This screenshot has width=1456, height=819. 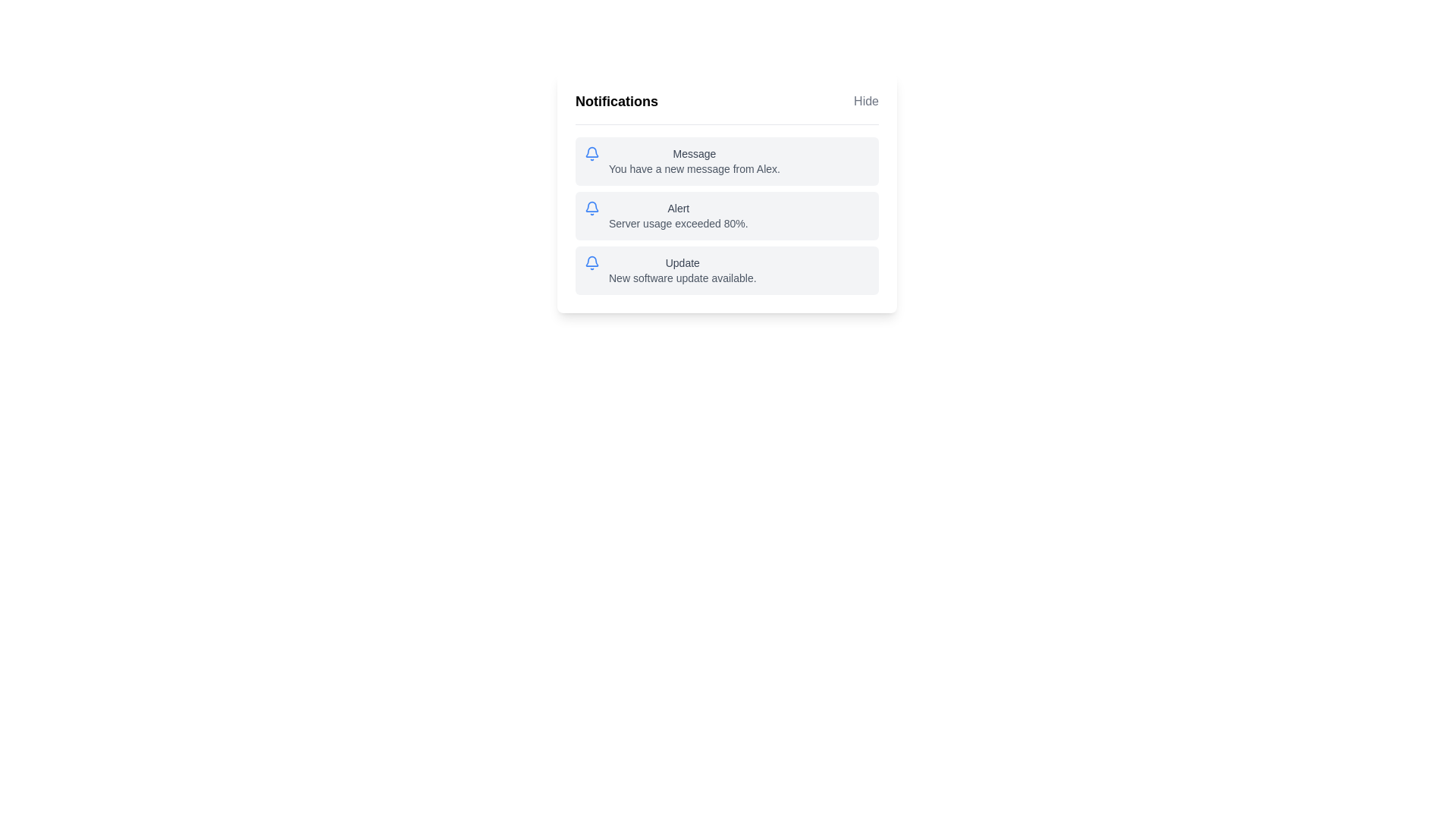 What do you see at coordinates (677, 223) in the screenshot?
I see `the text label stating 'Server usage exceeded 80%' which is located below the title 'Alert' within the notification card` at bounding box center [677, 223].